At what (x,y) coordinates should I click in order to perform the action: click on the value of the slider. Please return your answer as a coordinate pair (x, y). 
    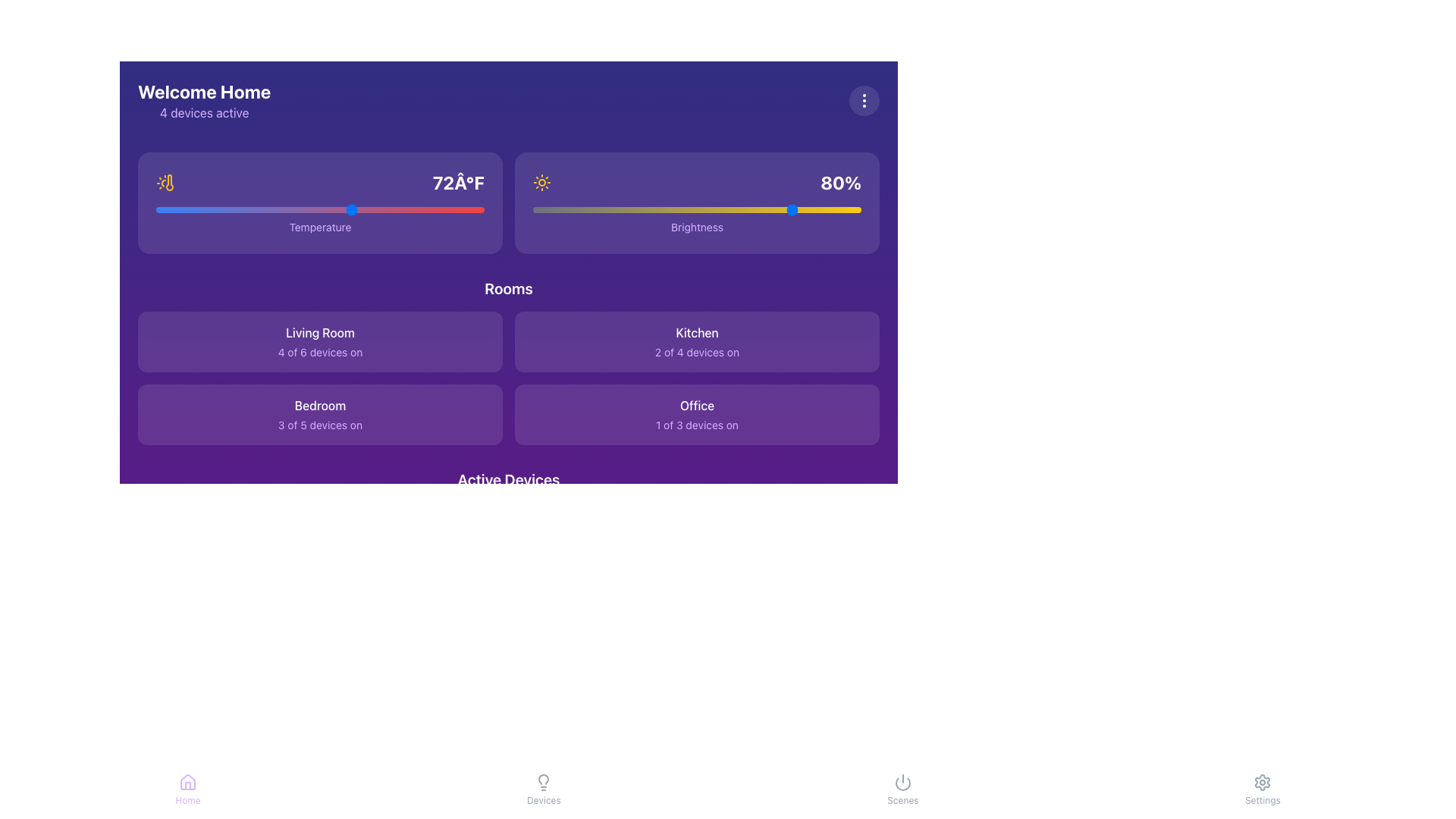
    Looking at the image, I should click on (419, 210).